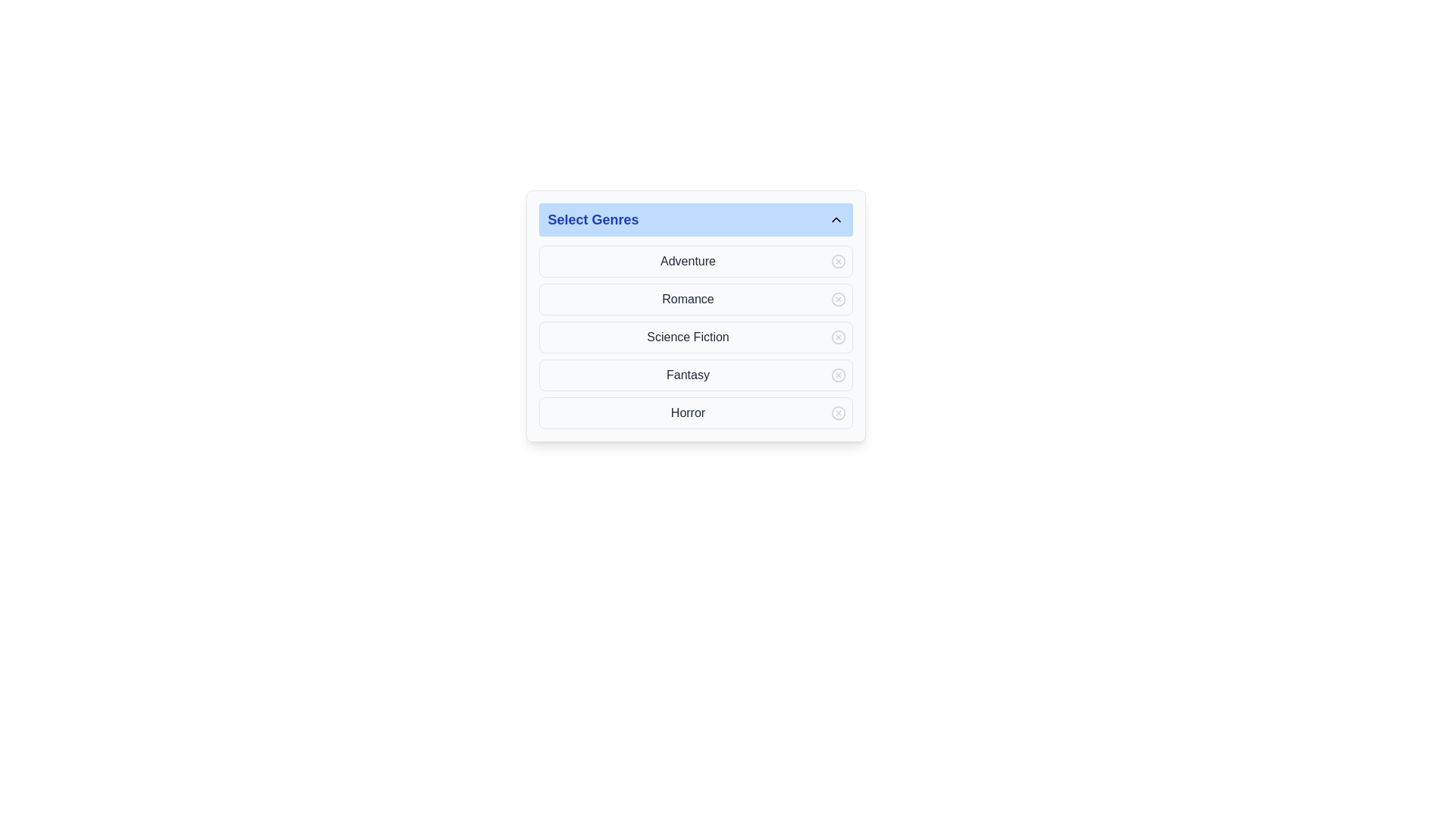 The width and height of the screenshot is (1456, 819). Describe the element at coordinates (695, 299) in the screenshot. I see `the second list item labeled 'Romance' within the 'Select Genres' panel` at that location.